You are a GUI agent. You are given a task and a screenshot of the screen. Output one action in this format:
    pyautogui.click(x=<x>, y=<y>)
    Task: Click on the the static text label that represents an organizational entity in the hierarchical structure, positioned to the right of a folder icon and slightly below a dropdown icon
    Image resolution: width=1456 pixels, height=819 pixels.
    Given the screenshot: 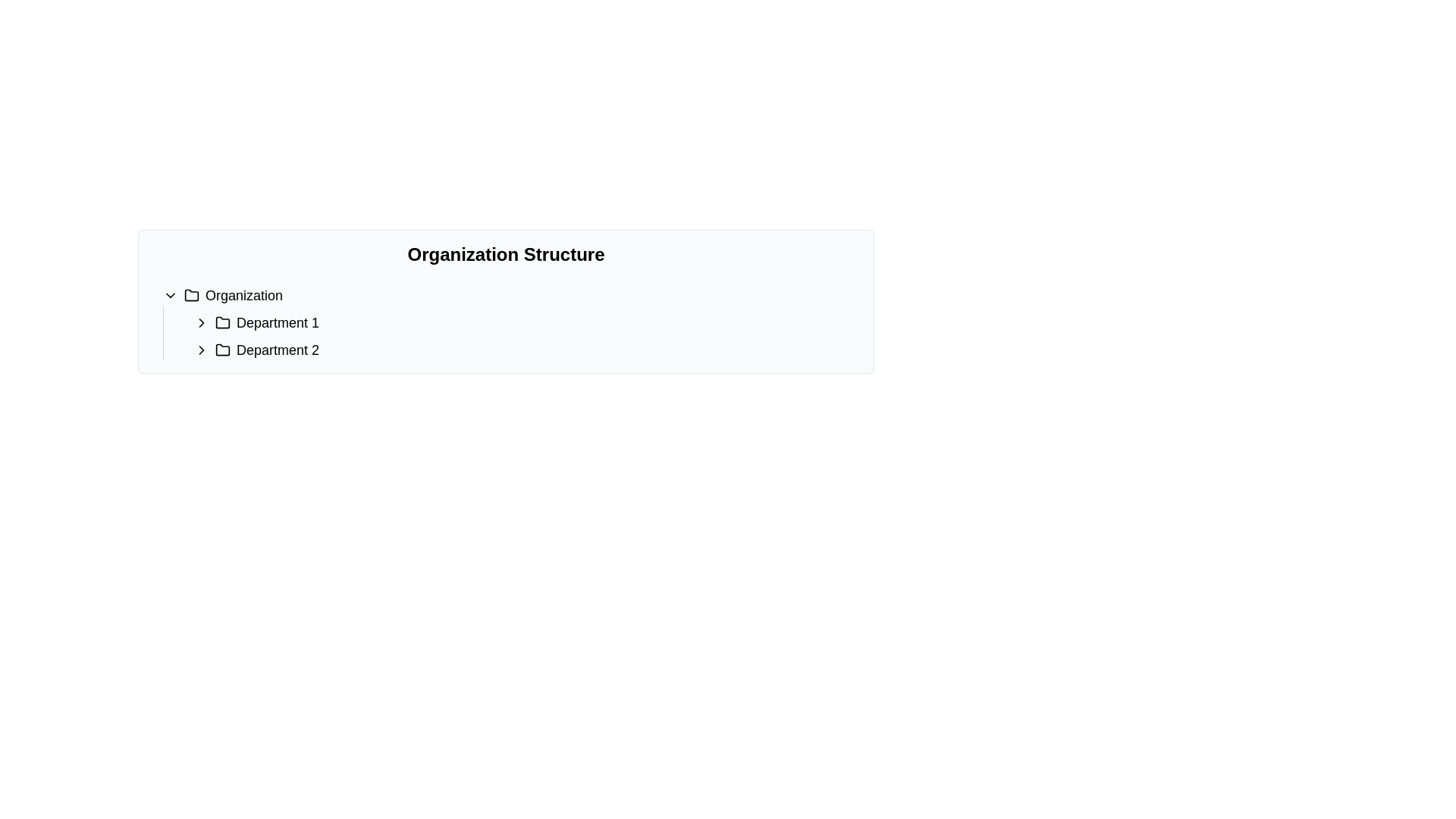 What is the action you would take?
    pyautogui.click(x=243, y=295)
    